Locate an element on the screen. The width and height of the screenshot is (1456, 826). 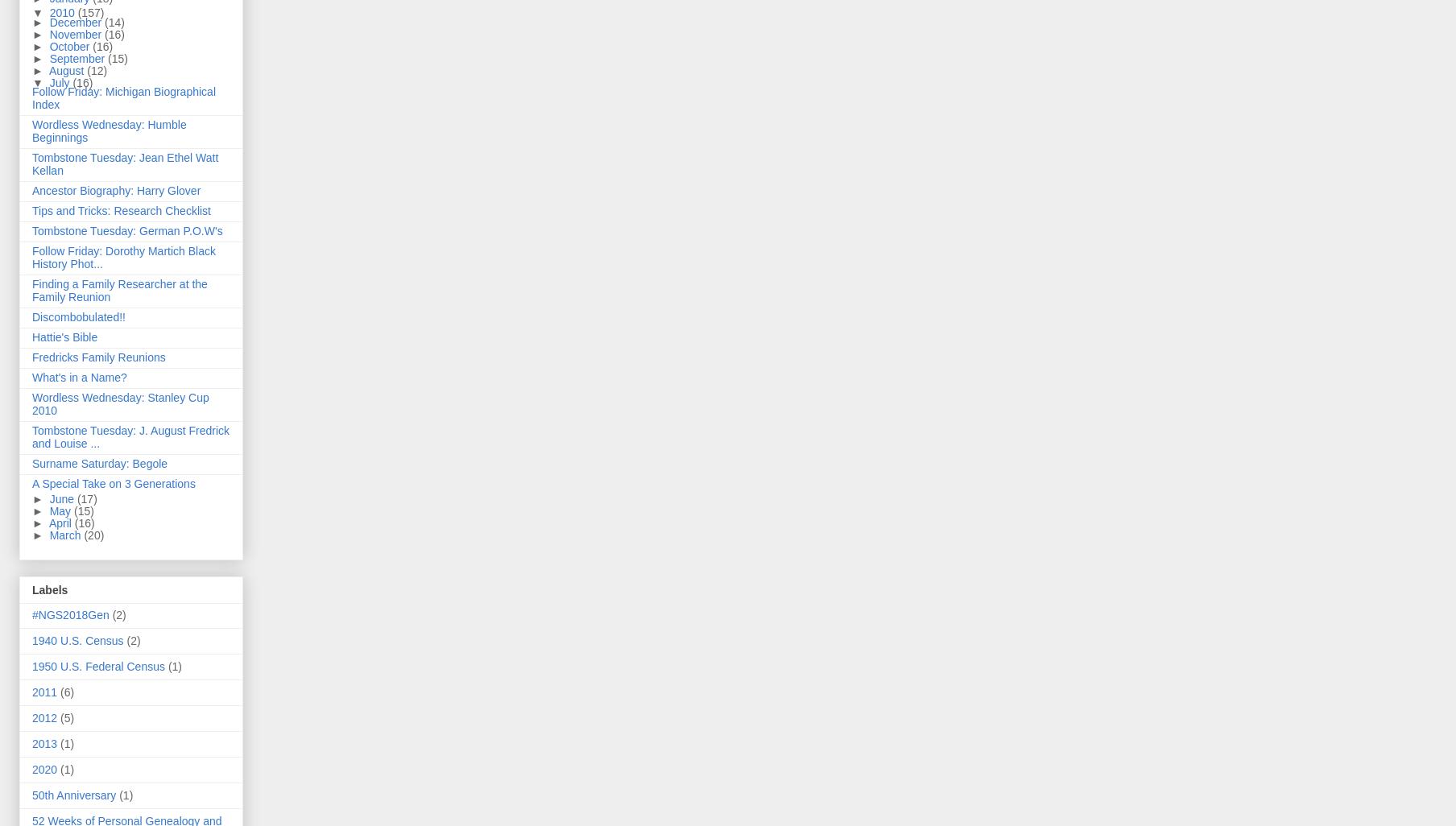
'June' is located at coordinates (61, 498).